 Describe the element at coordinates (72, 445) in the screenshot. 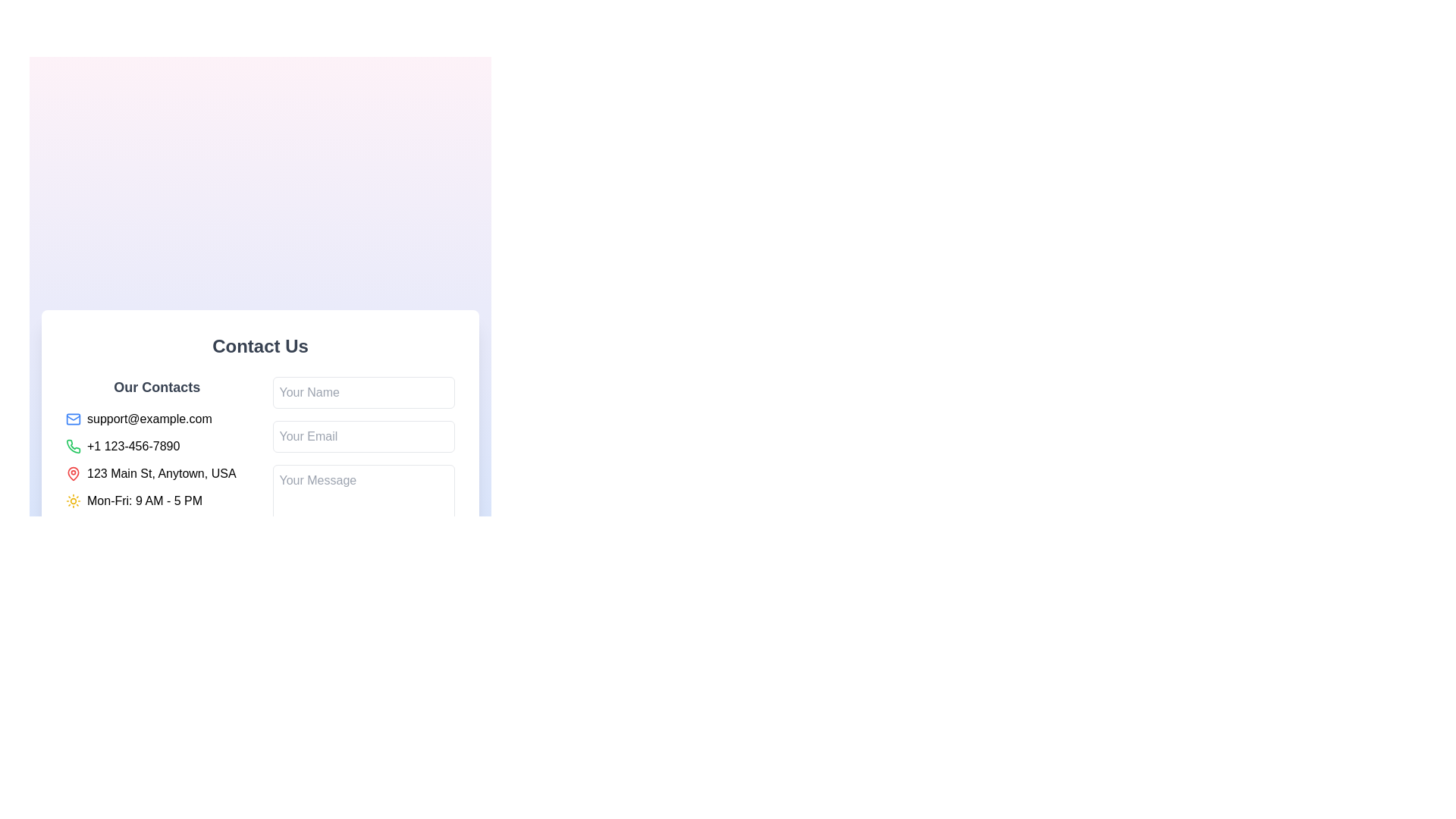

I see `the green-colored phone icon that resembles a traditional telephone receiver, located in the 'Our Contacts' section, to the left of the '+1 123-456-7890' phone number` at that location.